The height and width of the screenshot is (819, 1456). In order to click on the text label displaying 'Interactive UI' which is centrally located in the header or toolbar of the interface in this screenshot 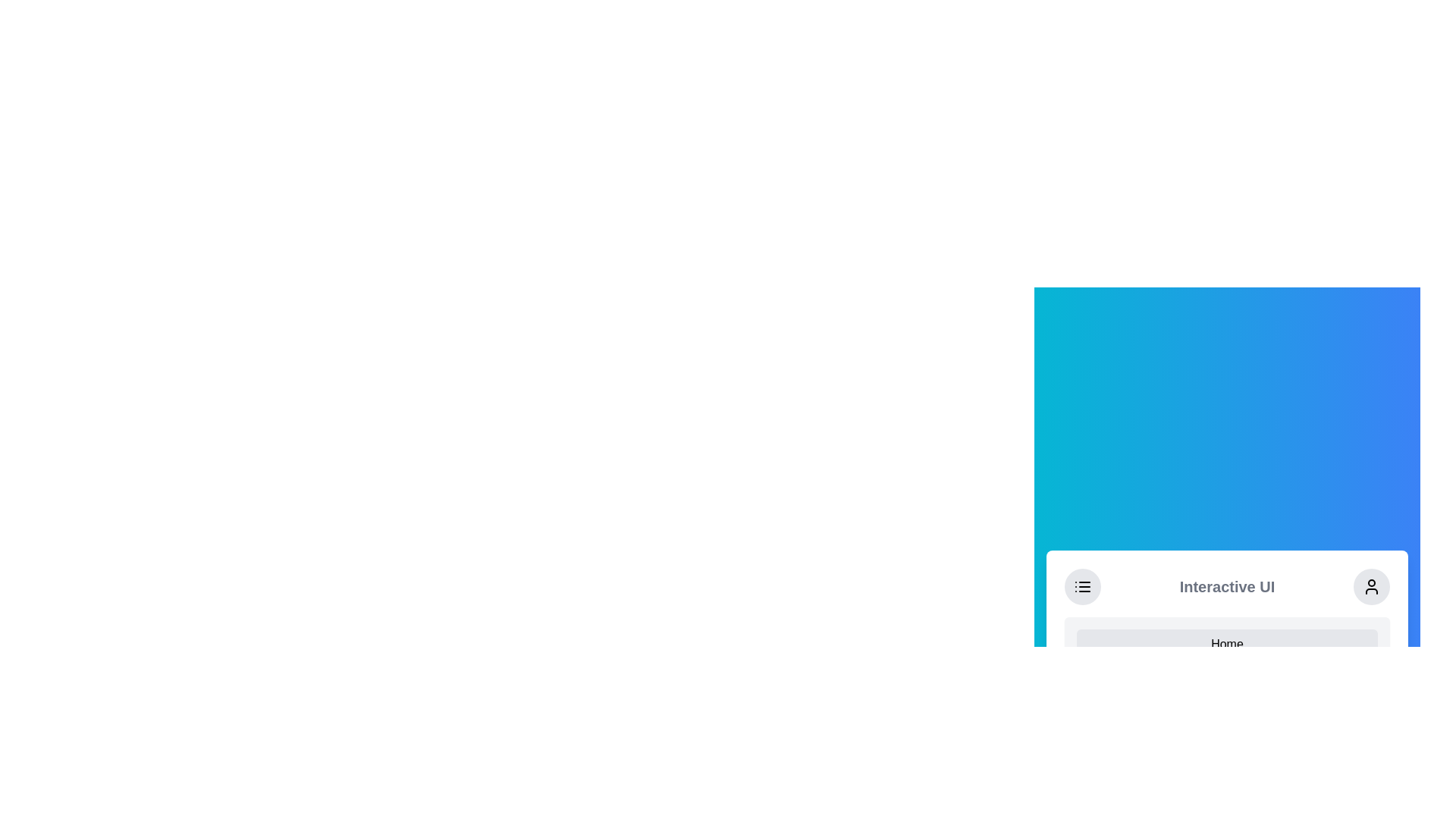, I will do `click(1227, 586)`.